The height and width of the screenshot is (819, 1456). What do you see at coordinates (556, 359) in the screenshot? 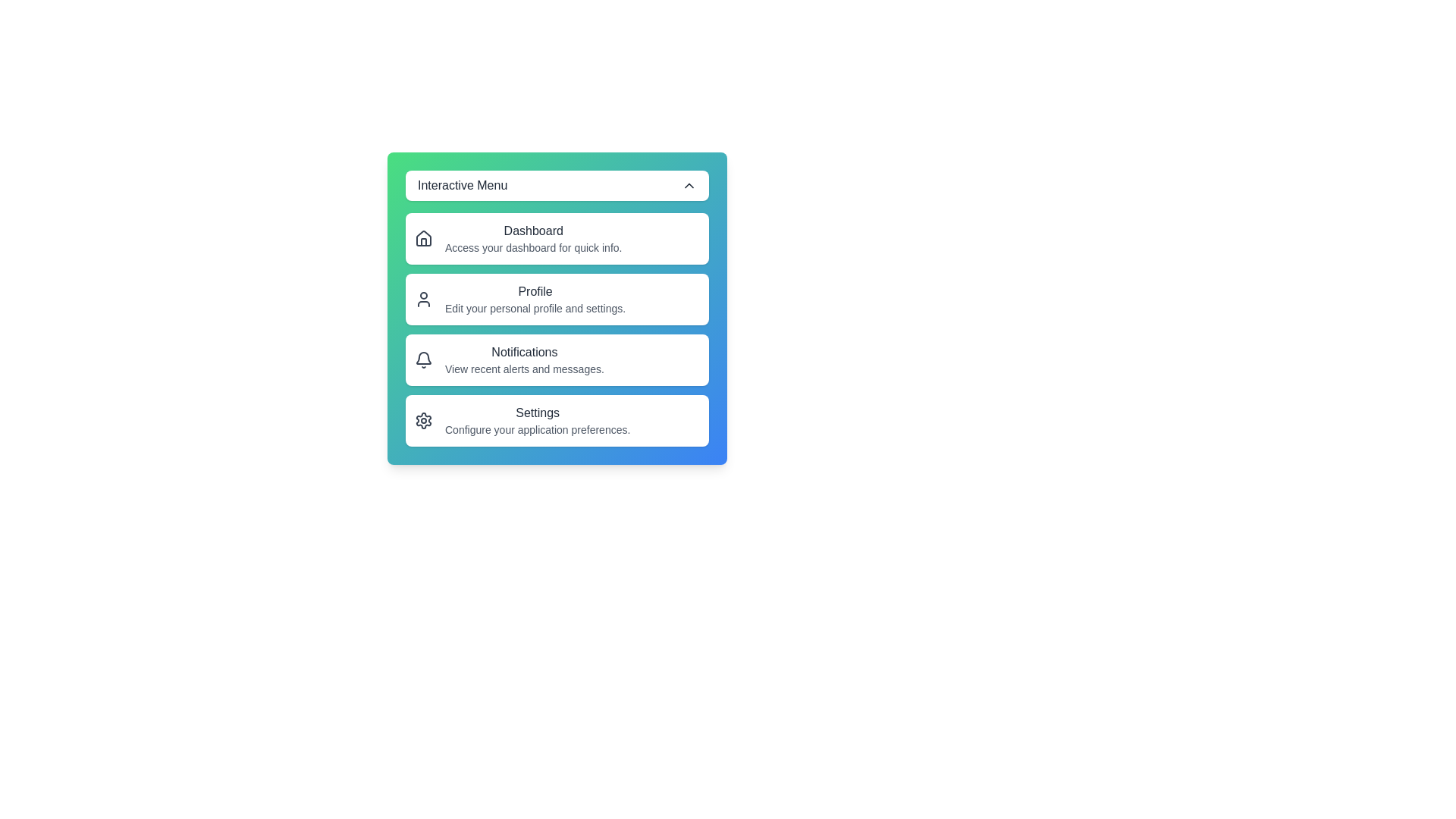
I see `the menu item Notifications to highlight it` at bounding box center [556, 359].